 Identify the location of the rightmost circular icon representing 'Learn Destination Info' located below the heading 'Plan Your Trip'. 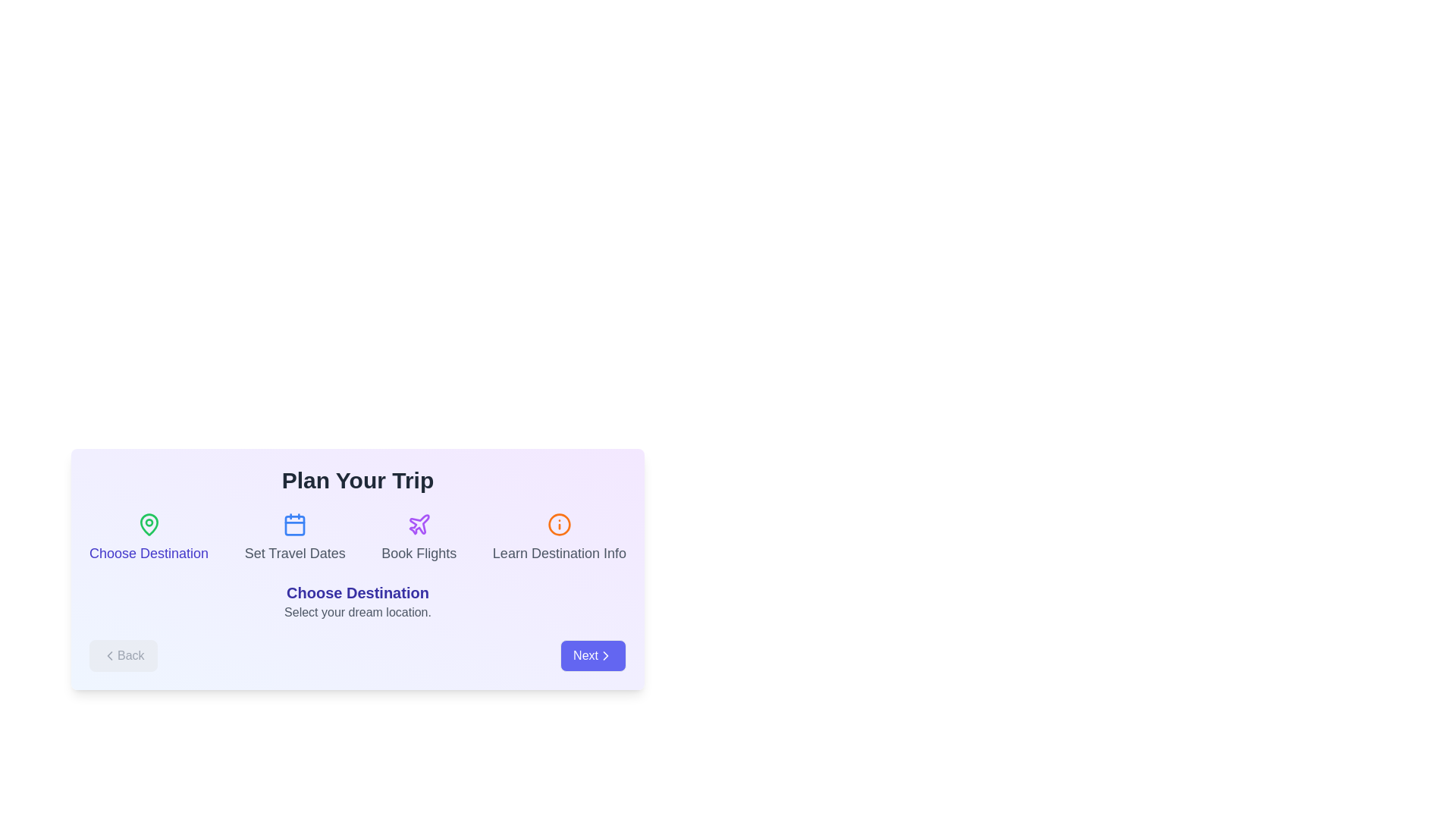
(558, 523).